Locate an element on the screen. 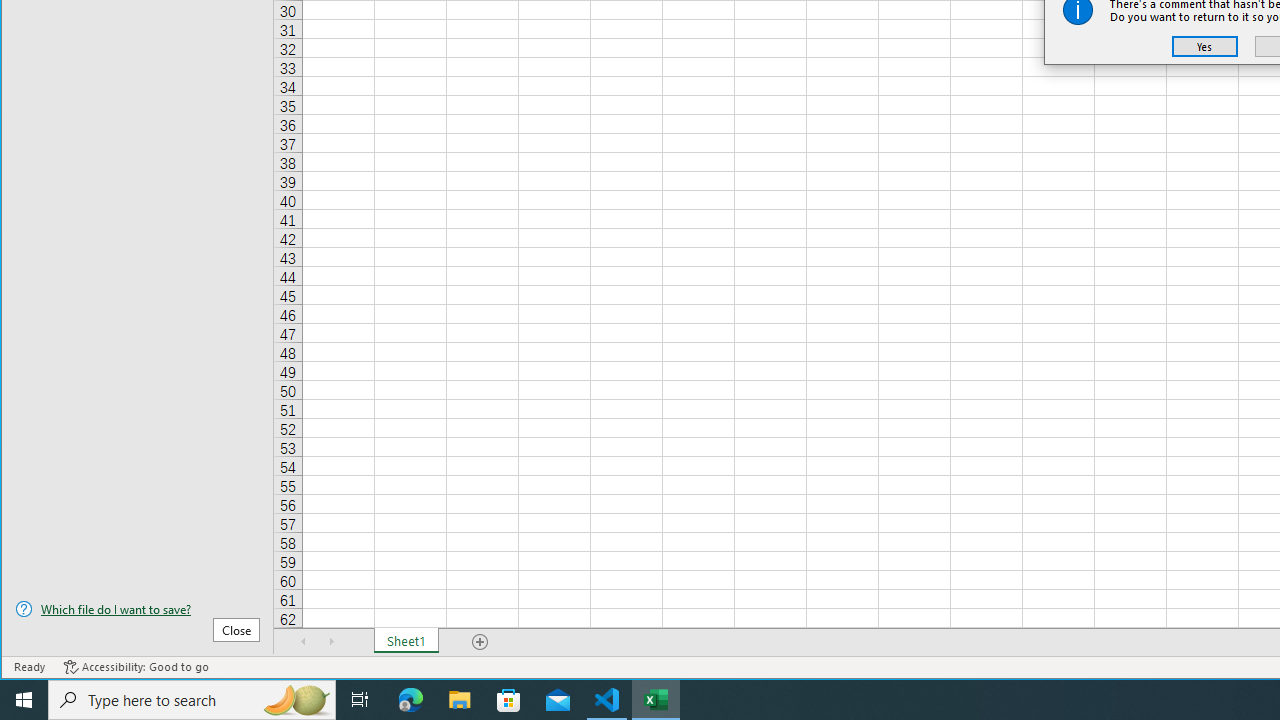 Image resolution: width=1280 pixels, height=720 pixels. 'Yes' is located at coordinates (1204, 45).